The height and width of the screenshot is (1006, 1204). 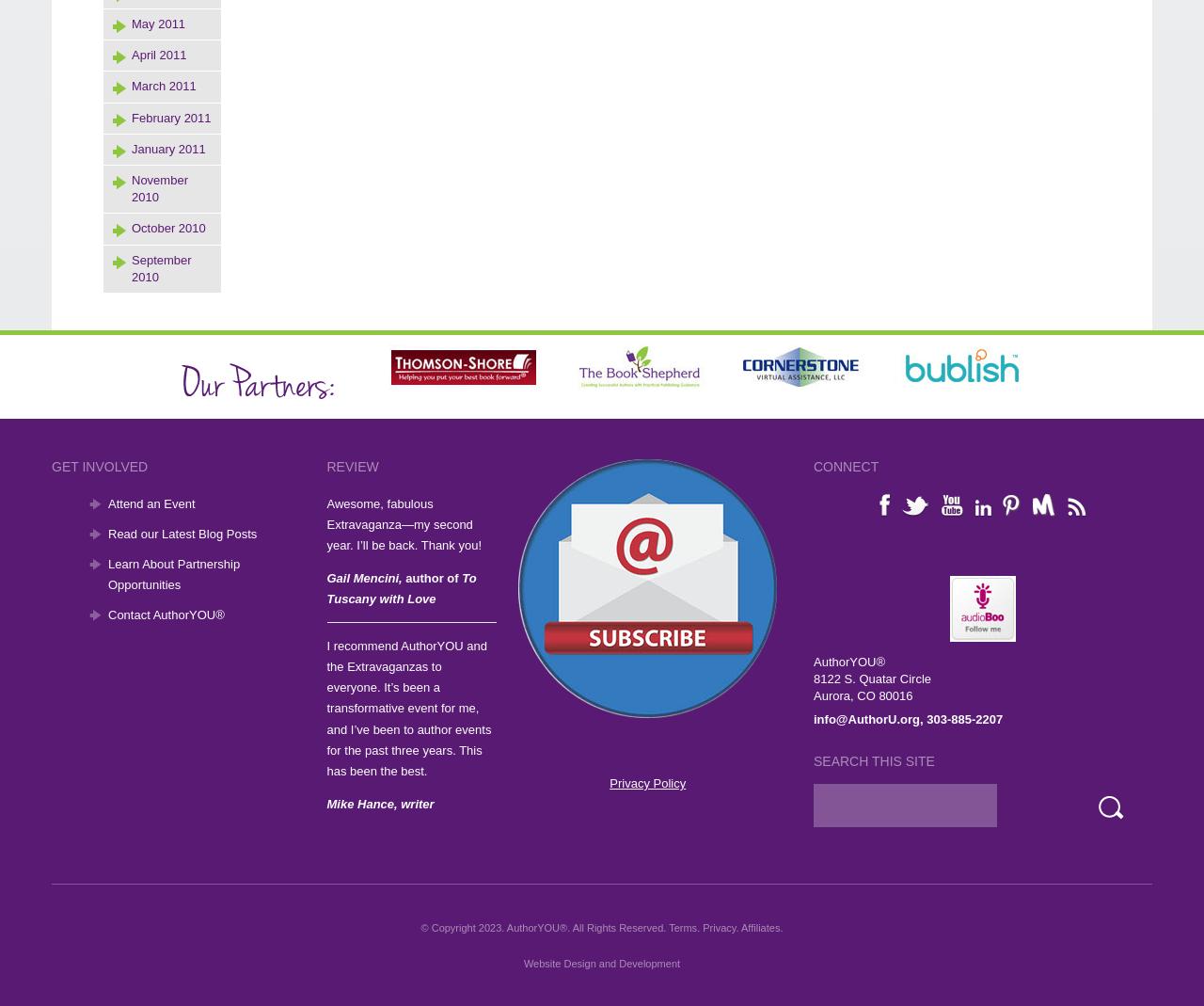 I want to click on 'April 2011', so click(x=158, y=54).